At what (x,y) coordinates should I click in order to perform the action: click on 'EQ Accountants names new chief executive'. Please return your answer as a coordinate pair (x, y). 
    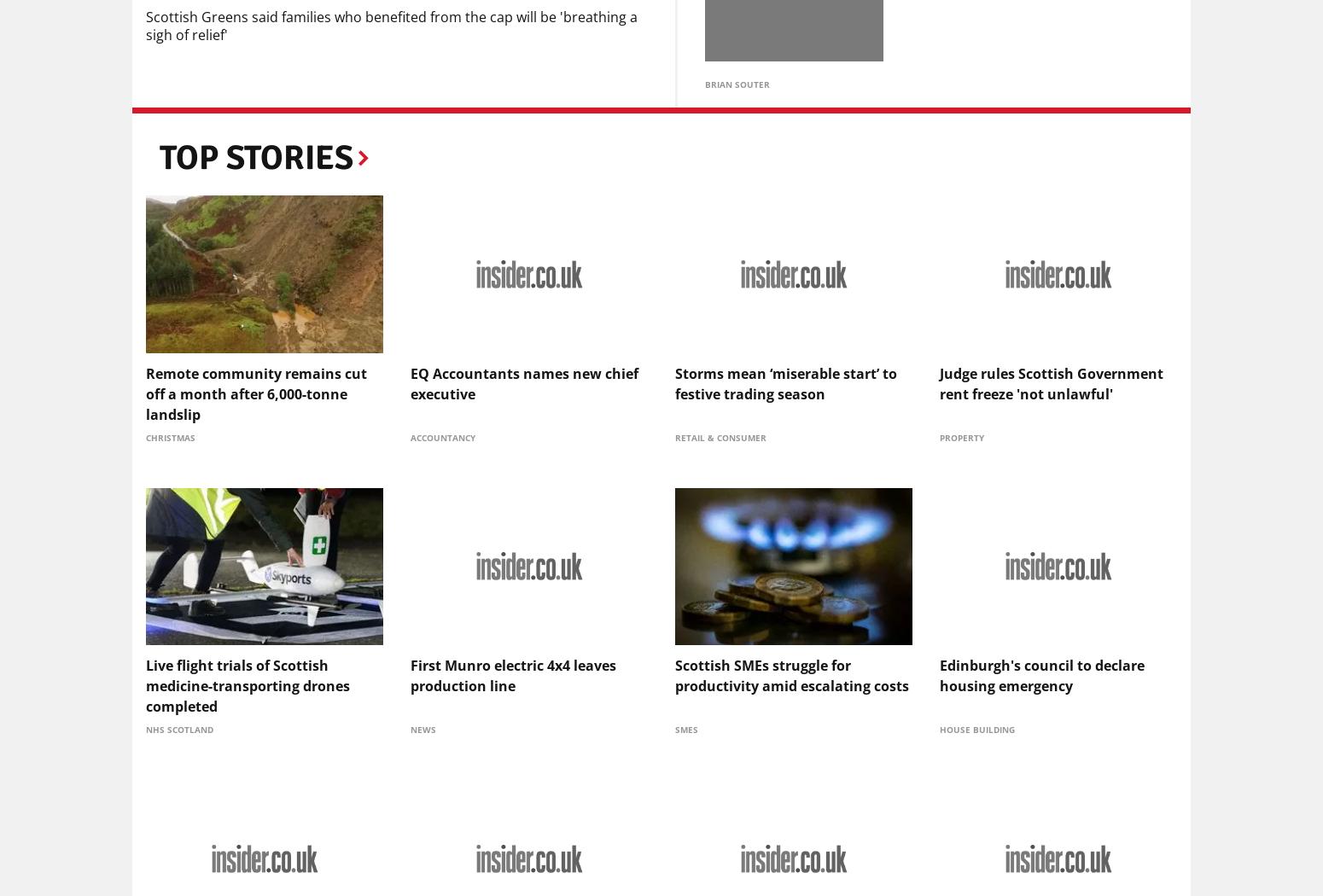
    Looking at the image, I should click on (524, 384).